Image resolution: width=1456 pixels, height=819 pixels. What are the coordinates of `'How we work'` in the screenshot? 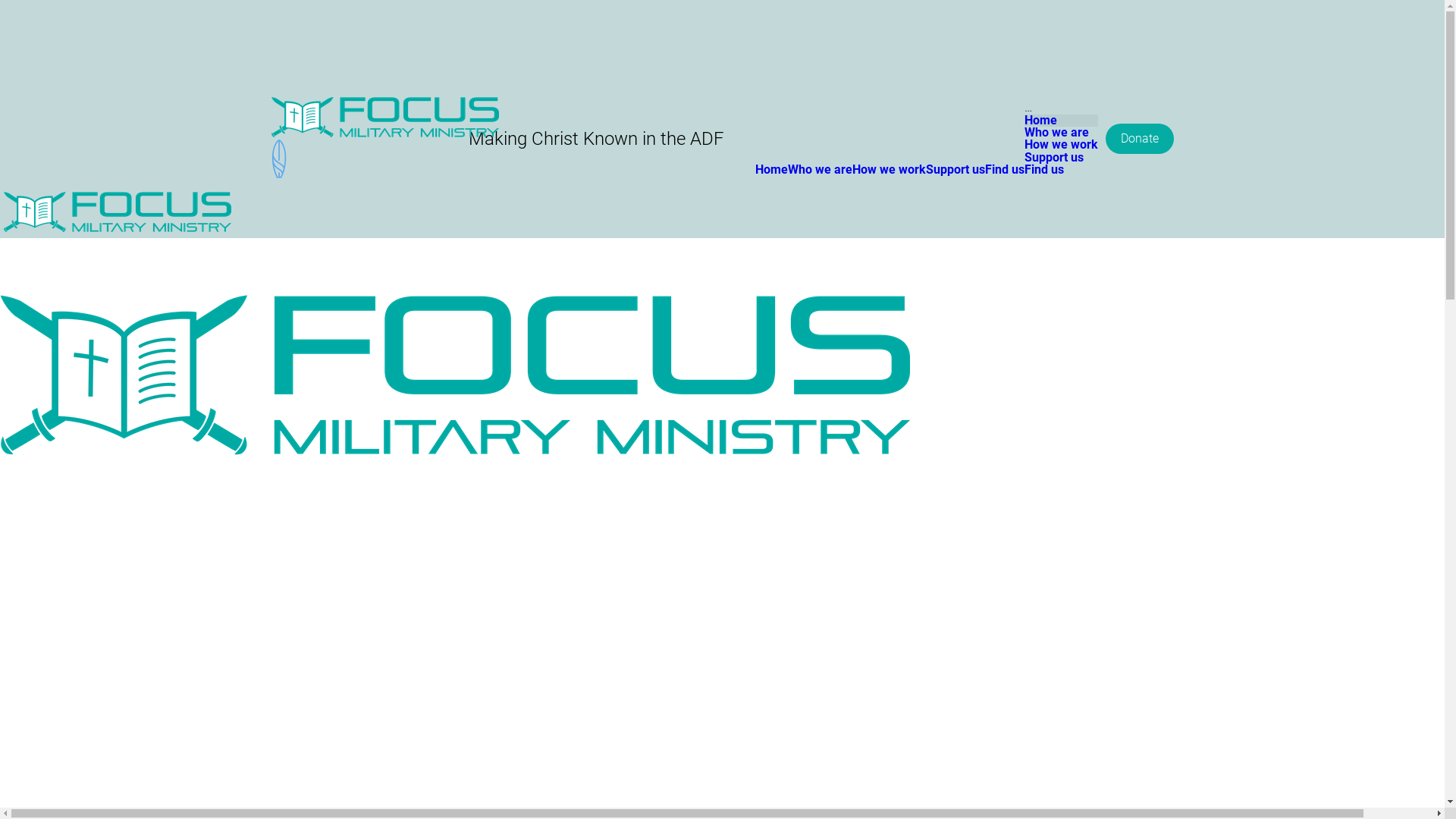 It's located at (1059, 144).